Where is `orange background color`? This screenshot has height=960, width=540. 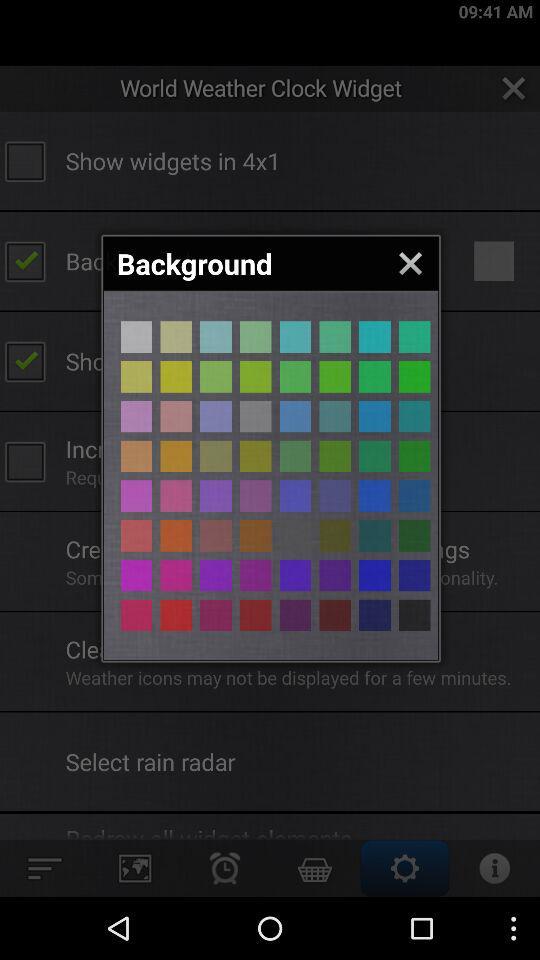
orange background color is located at coordinates (176, 456).